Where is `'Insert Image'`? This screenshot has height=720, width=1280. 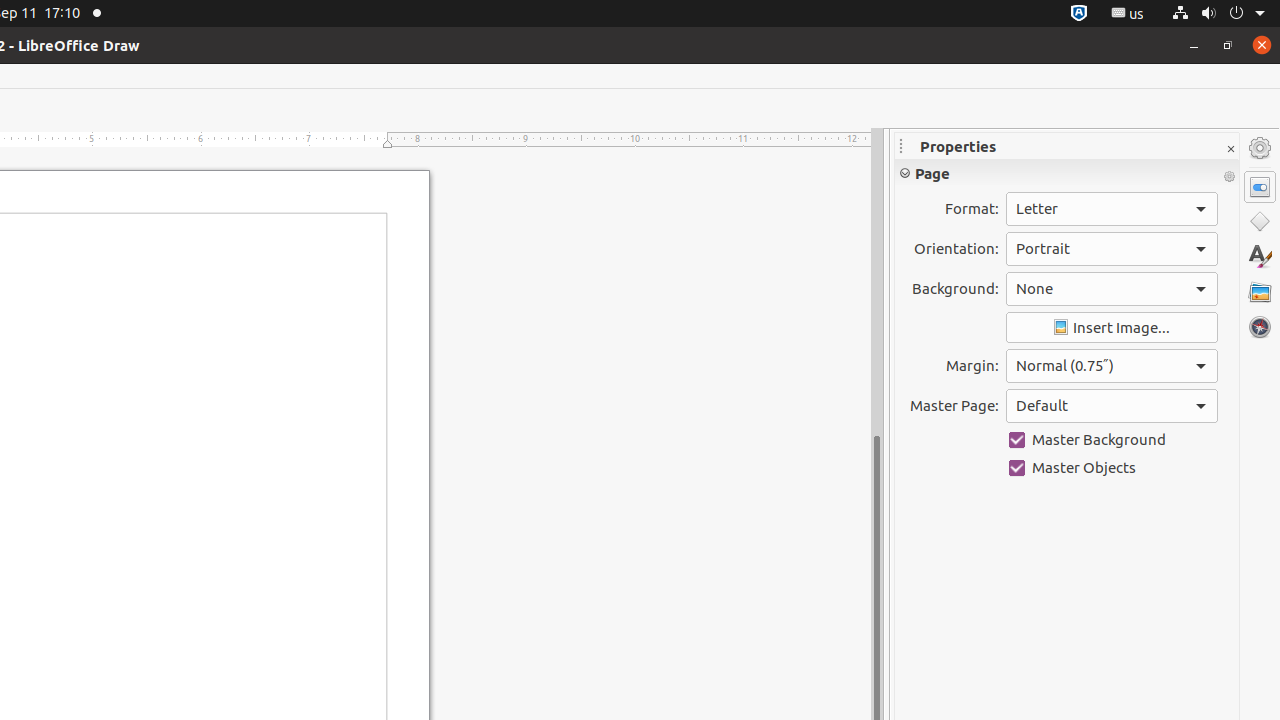
'Insert Image' is located at coordinates (1110, 326).